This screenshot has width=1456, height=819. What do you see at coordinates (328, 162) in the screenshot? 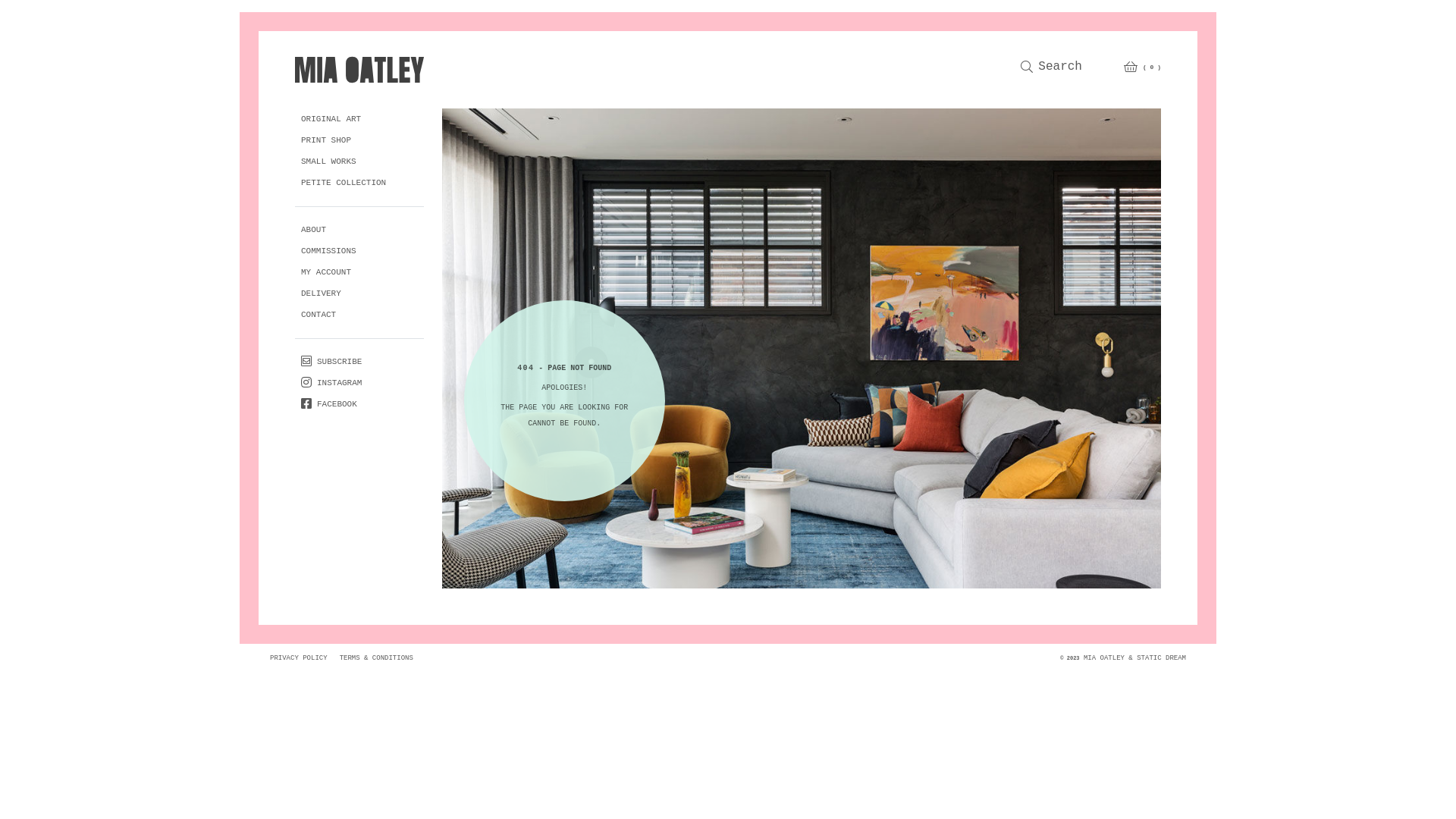
I see `'Small Works'` at bounding box center [328, 162].